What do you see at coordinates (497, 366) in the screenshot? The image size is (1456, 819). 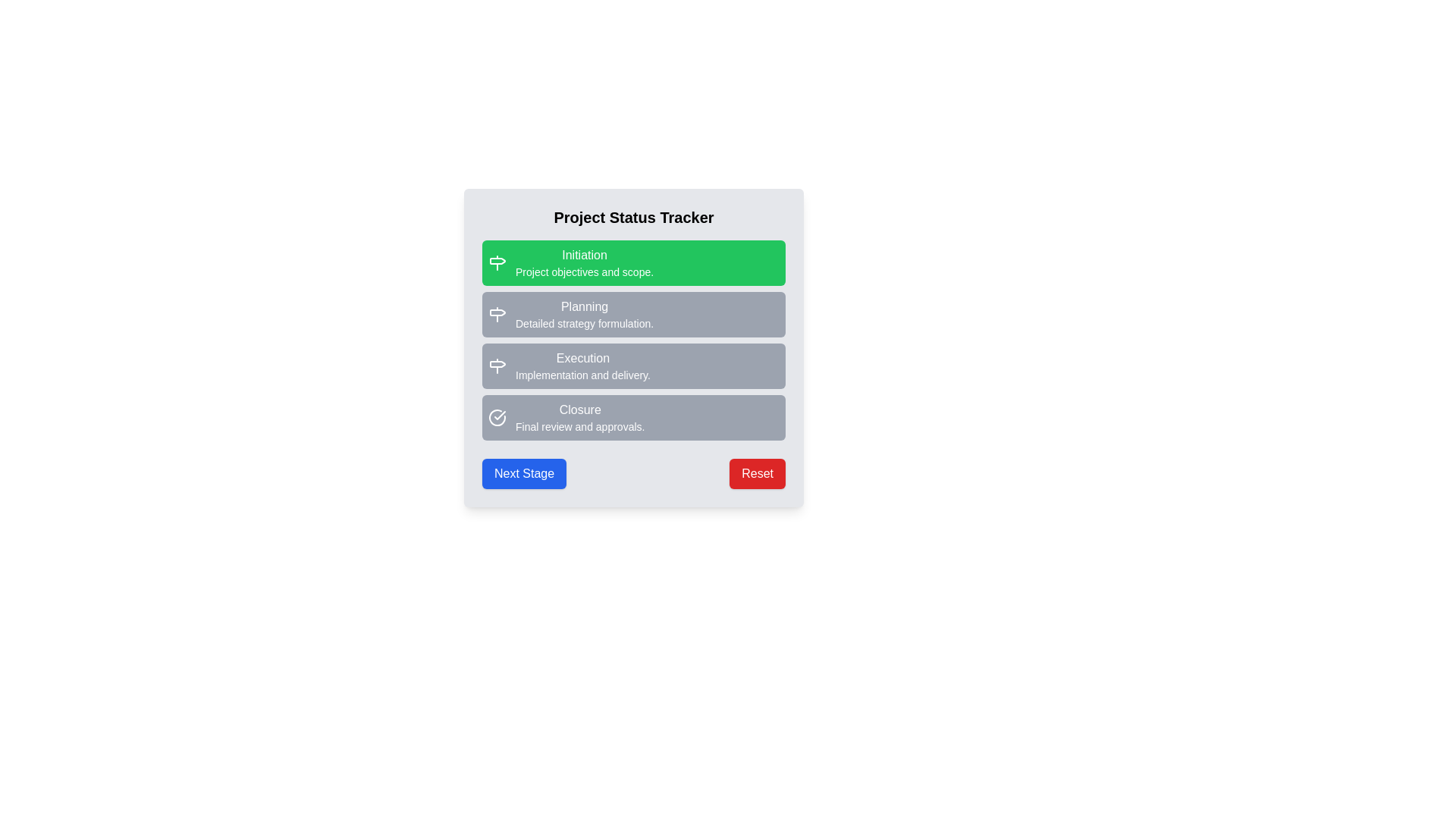 I see `the third icon representing milestones or achievements, which is positioned to the left of the text 'Execution Implementation and delivery.'` at bounding box center [497, 366].